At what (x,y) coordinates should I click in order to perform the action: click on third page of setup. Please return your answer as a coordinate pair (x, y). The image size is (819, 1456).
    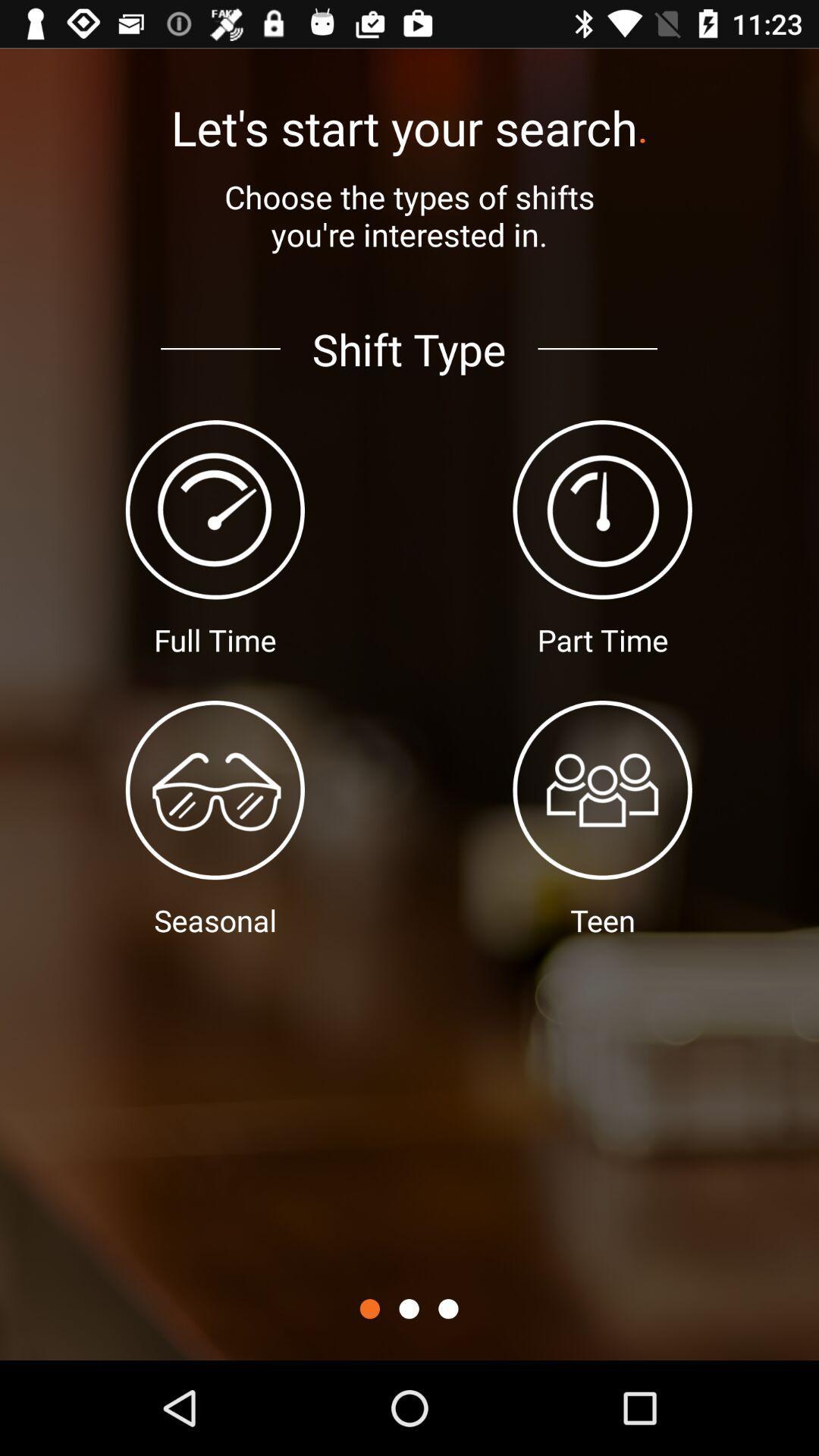
    Looking at the image, I should click on (447, 1308).